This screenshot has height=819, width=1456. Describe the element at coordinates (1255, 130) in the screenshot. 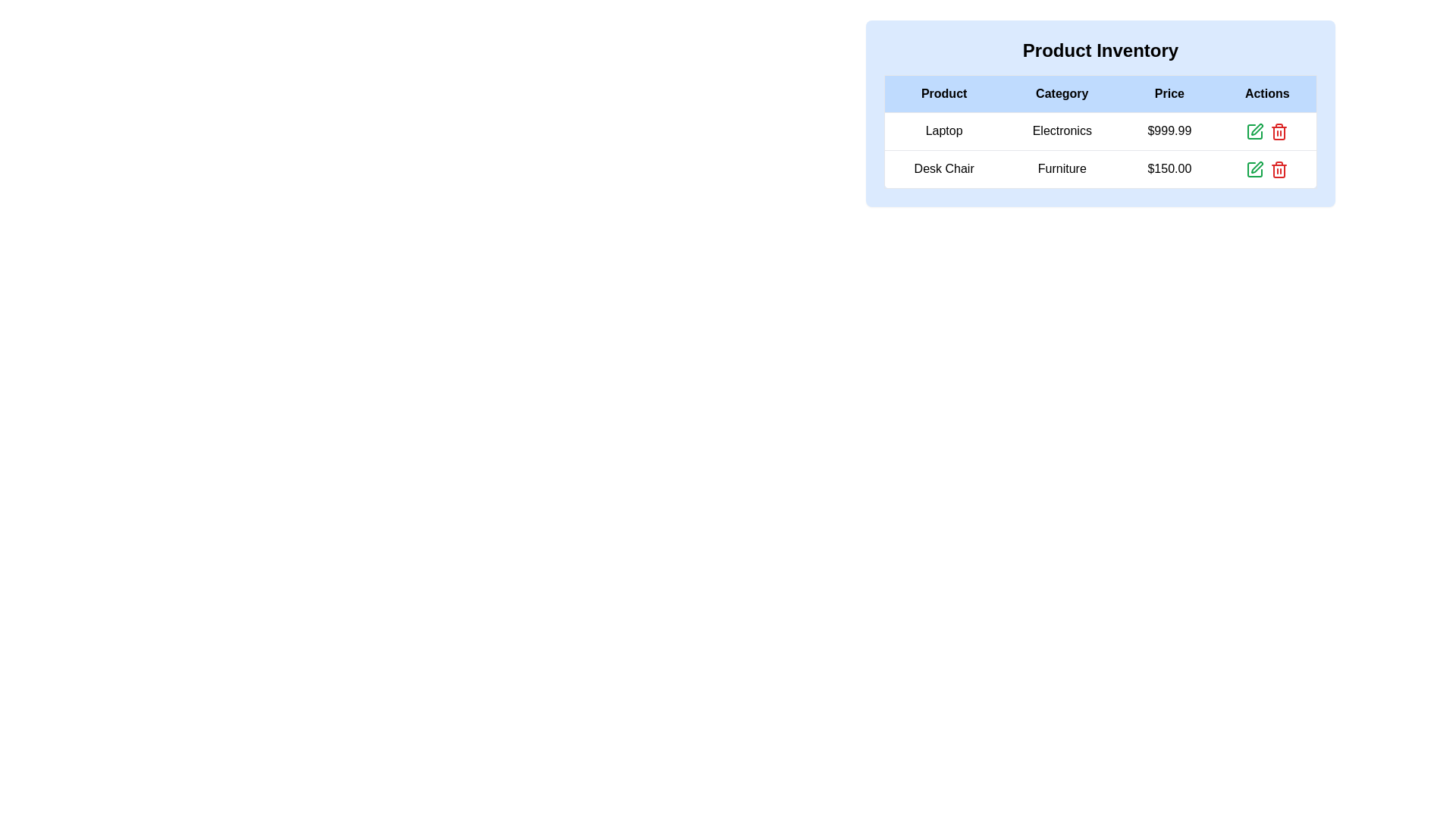

I see `the second action button icon in the 'Actions' column of the second row of the table, which is represented as a rounded square` at that location.